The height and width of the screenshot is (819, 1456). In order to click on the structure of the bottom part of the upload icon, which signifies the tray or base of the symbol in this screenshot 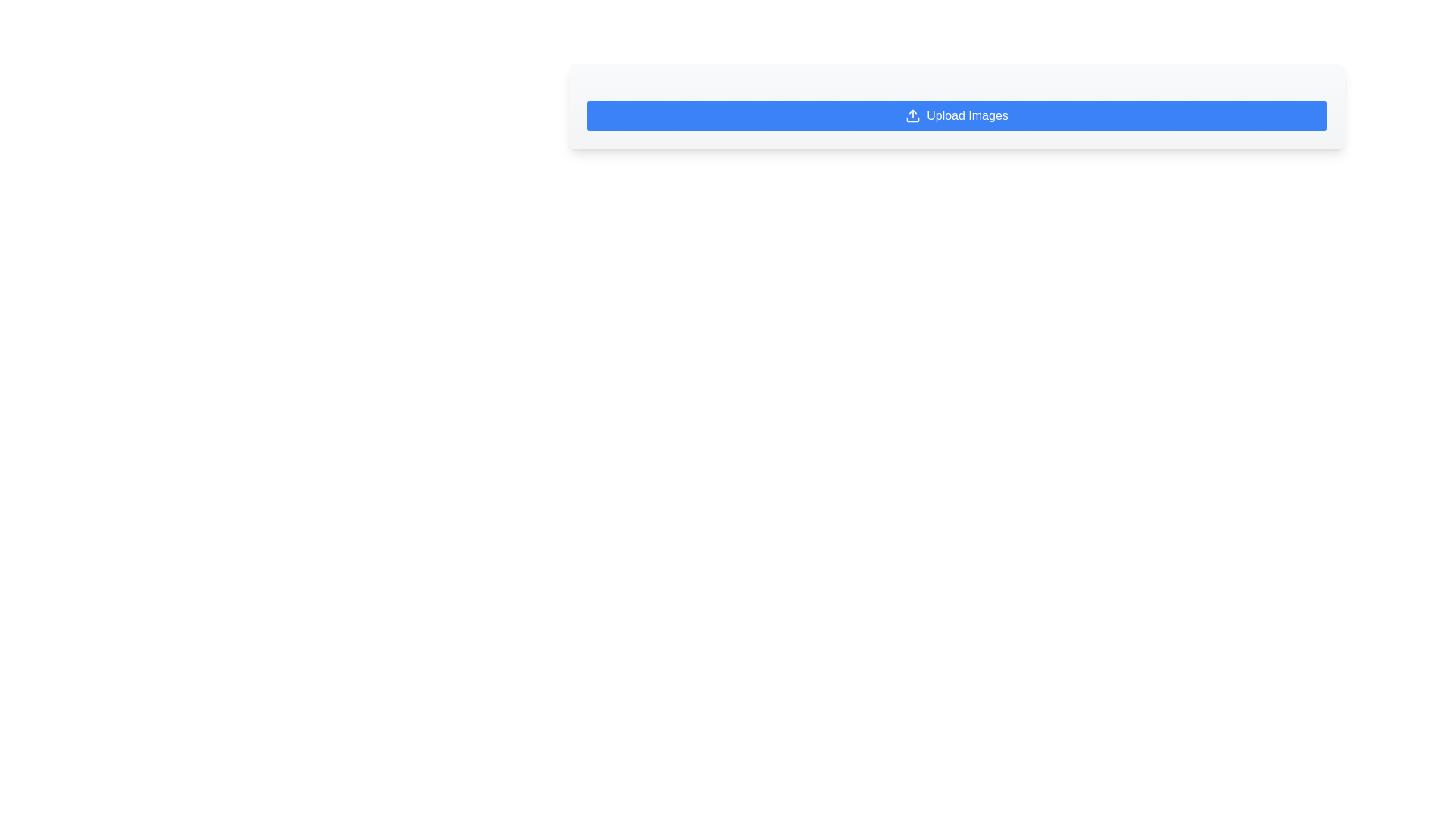, I will do `click(912, 119)`.